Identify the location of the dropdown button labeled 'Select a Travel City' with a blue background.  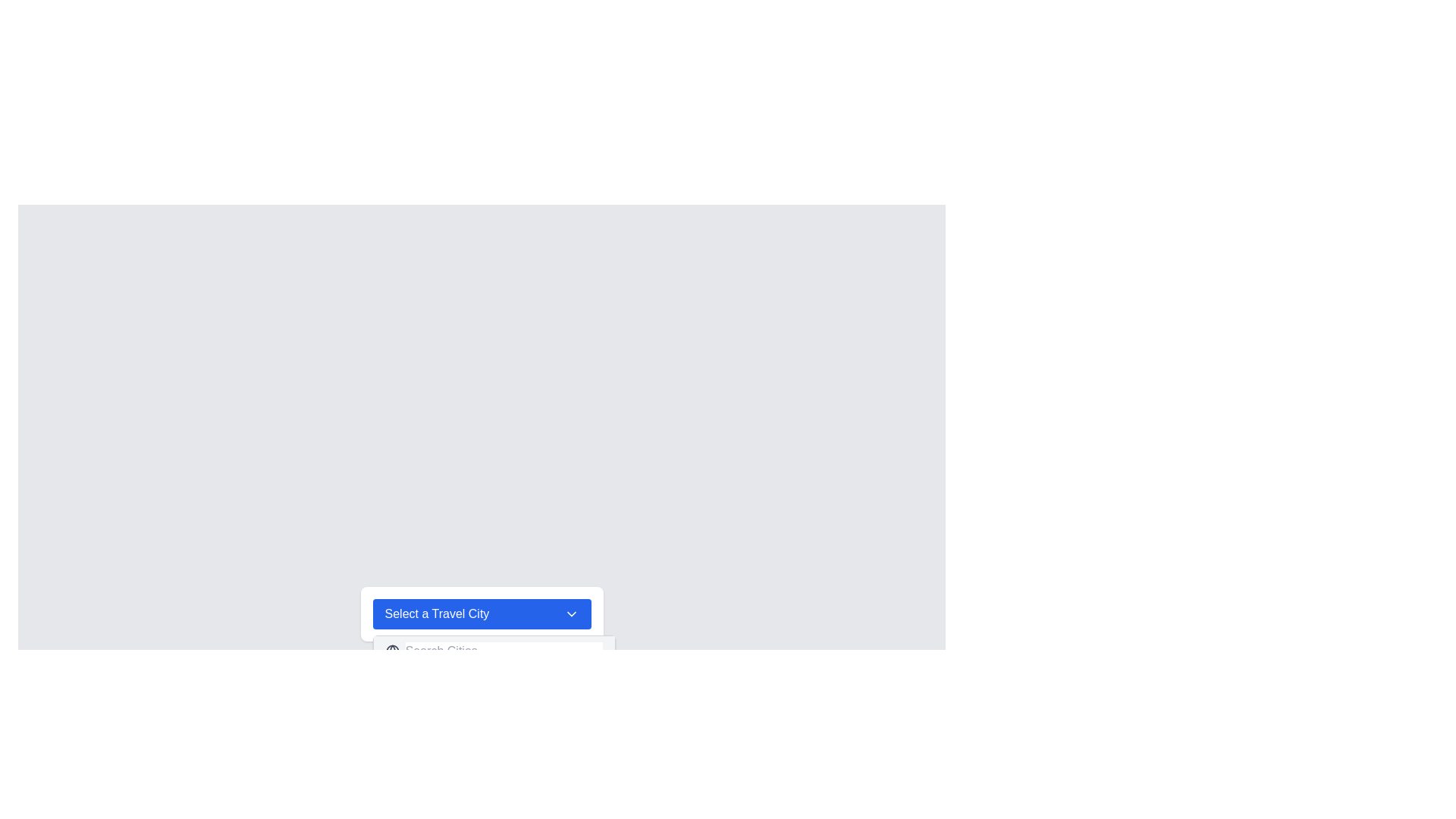
(481, 614).